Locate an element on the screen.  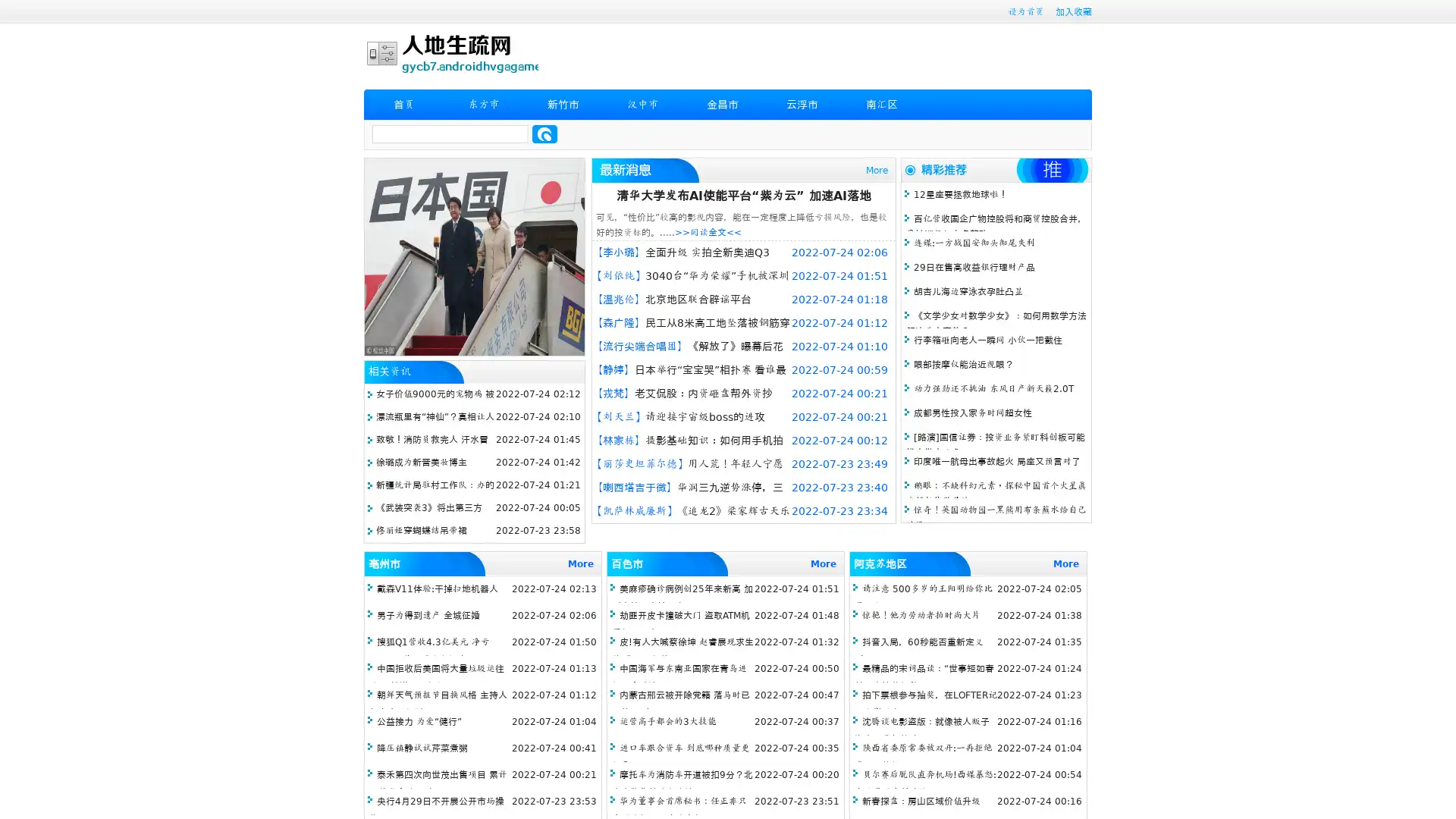
Search is located at coordinates (544, 133).